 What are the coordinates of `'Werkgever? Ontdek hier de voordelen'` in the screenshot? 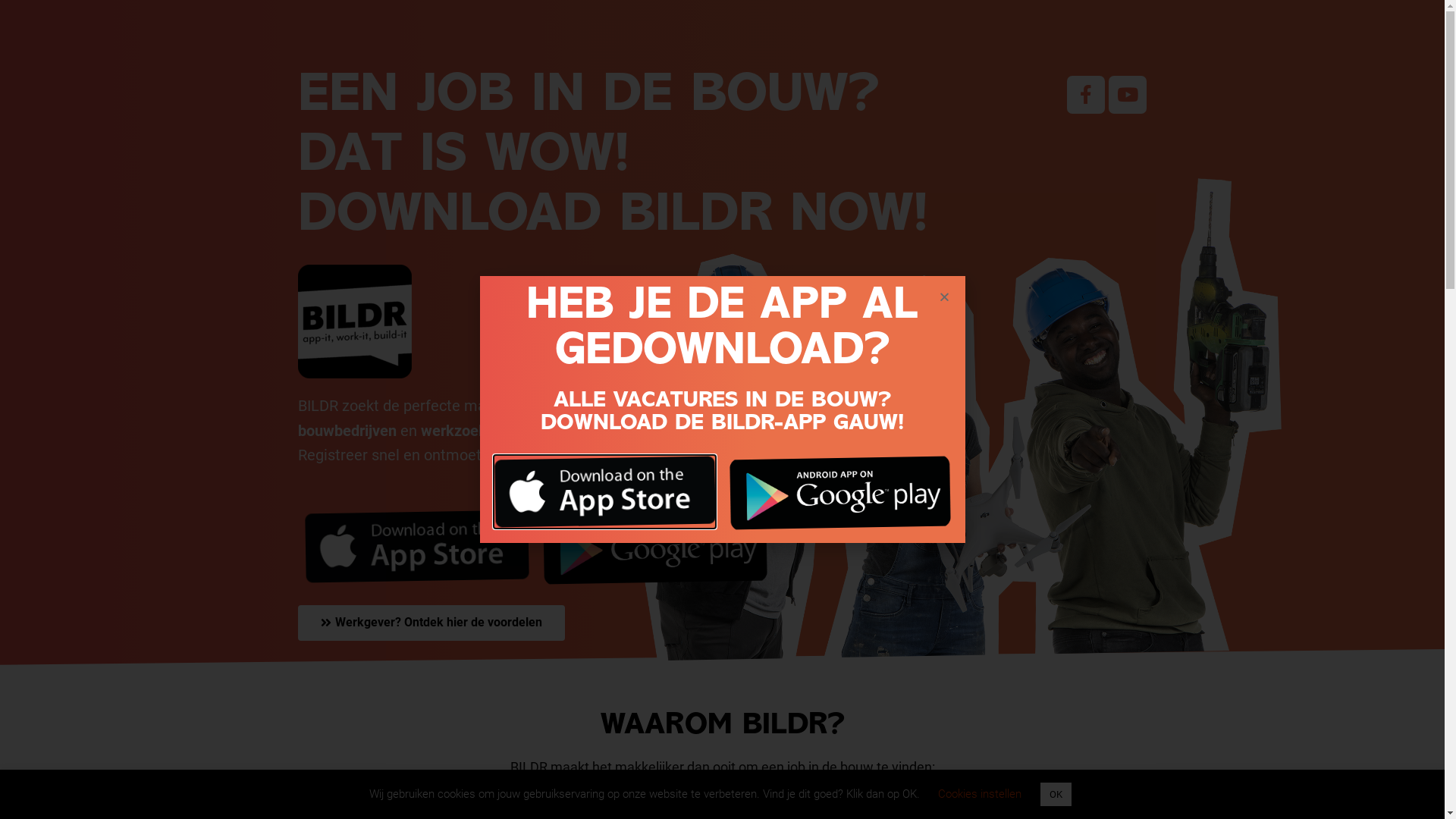 It's located at (429, 623).